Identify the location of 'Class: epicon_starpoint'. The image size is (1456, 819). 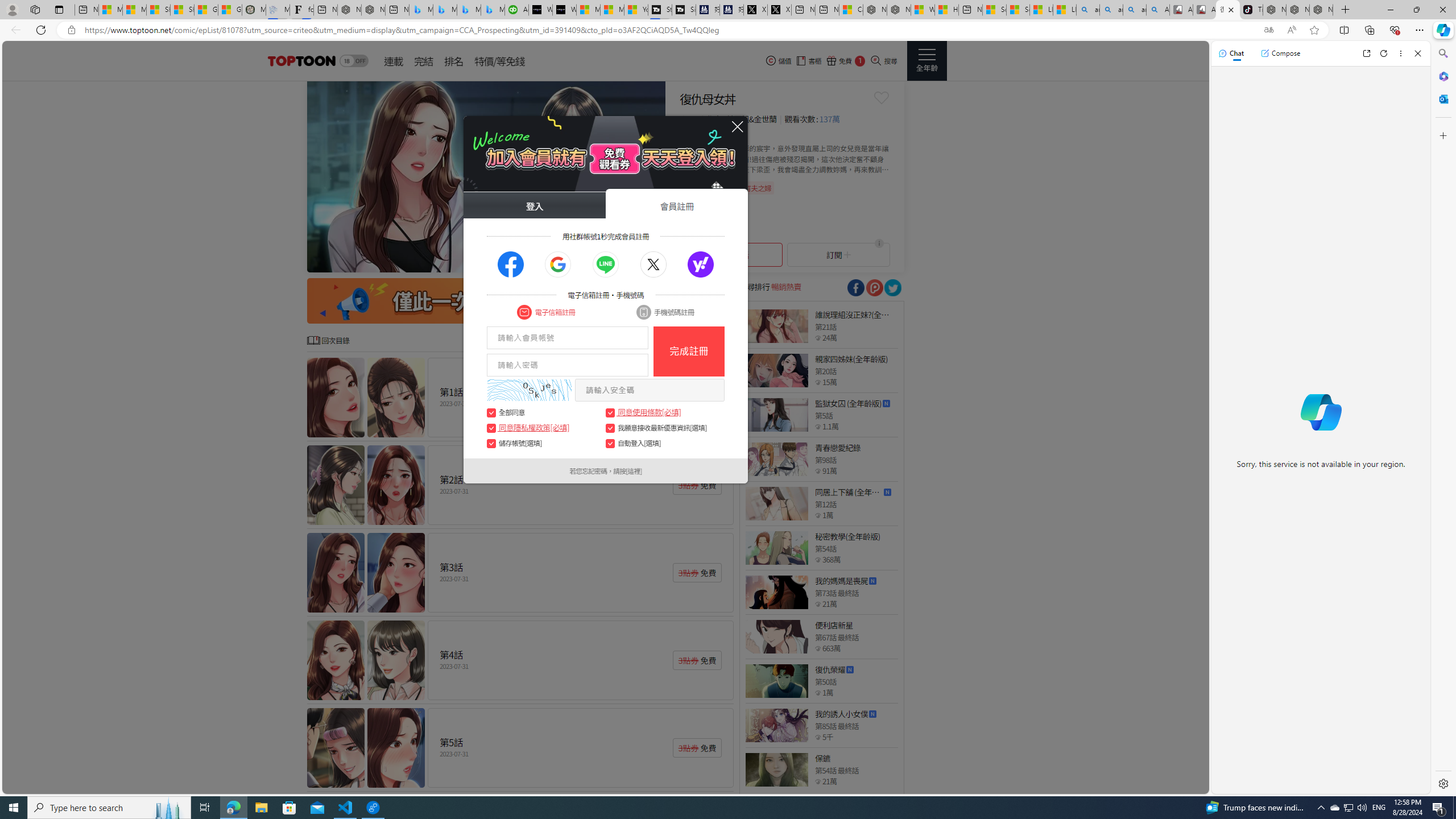
(818, 781).